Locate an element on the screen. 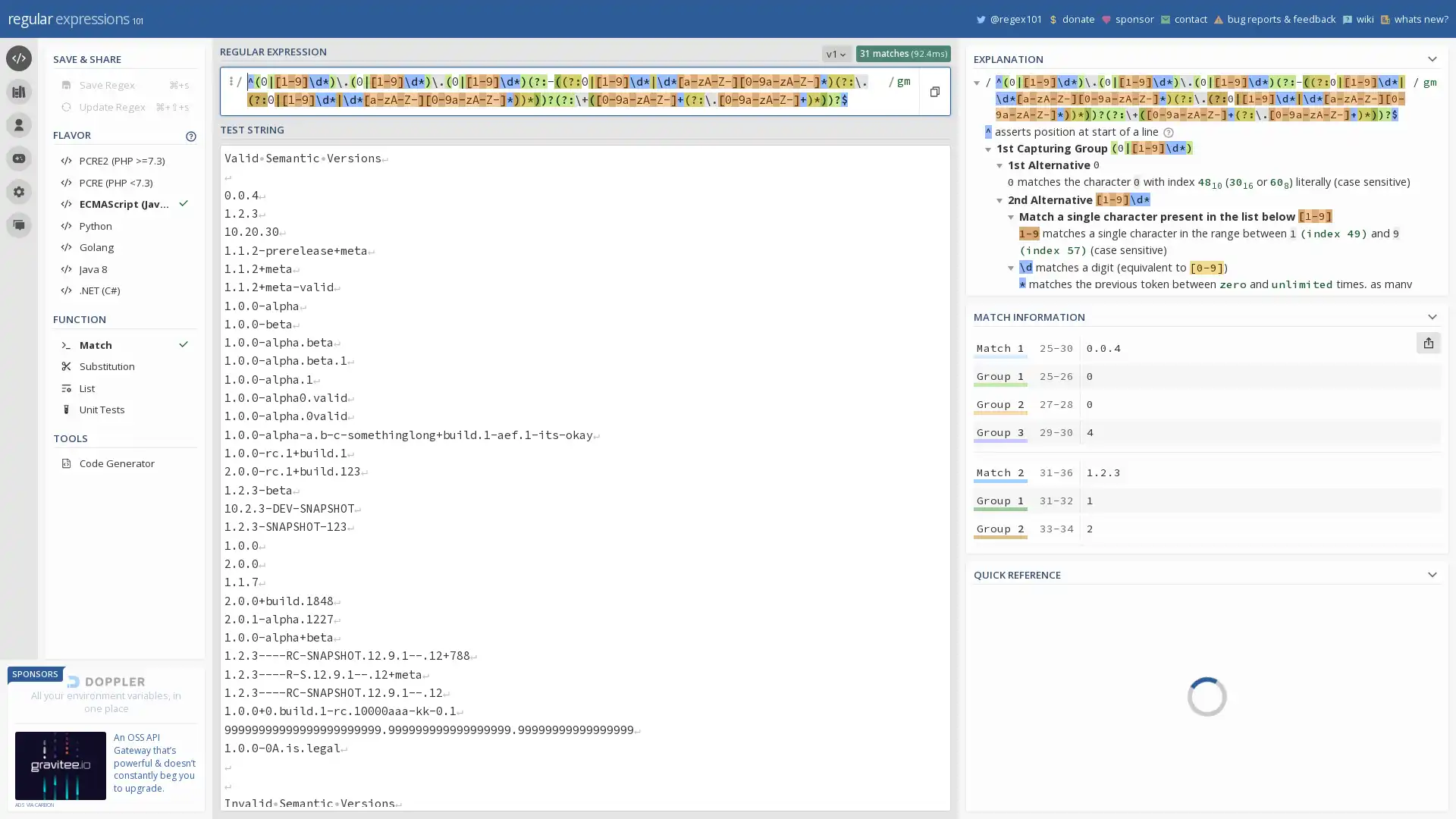  Group 1 is located at coordinates (1000, 748).